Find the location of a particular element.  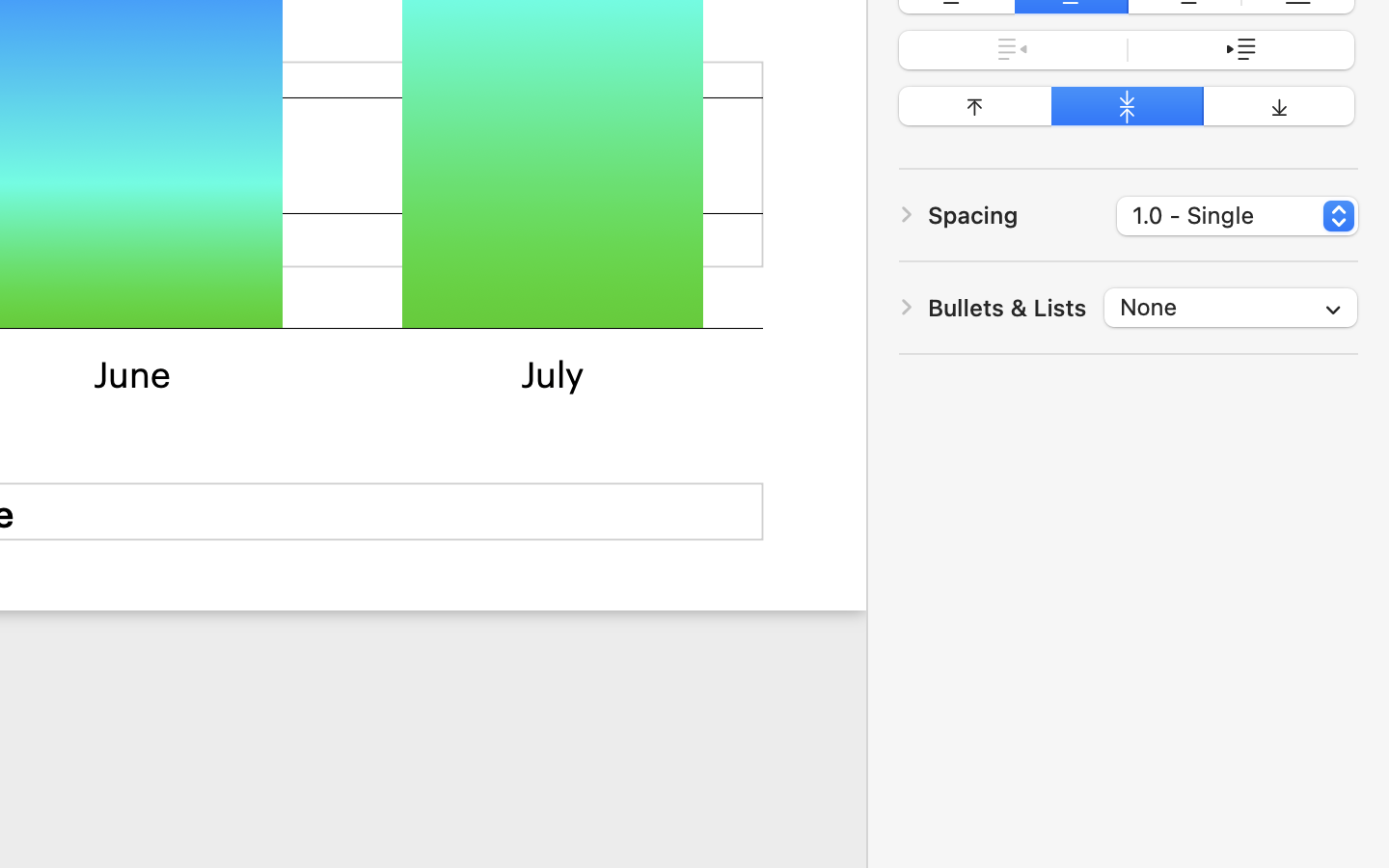

'Bullets & Lists' is located at coordinates (1007, 306).